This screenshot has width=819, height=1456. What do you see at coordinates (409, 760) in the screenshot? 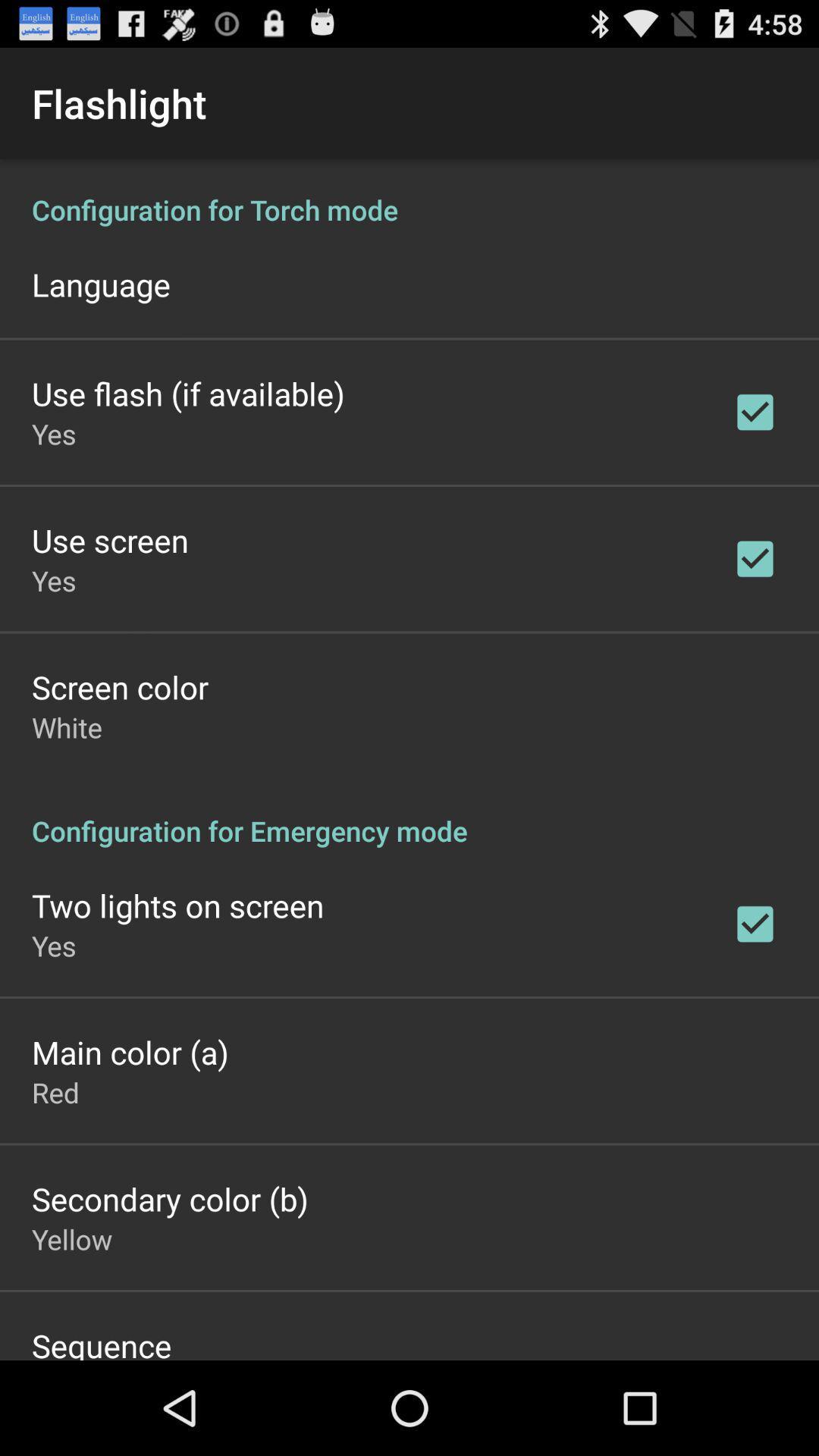
I see `flash on` at bounding box center [409, 760].